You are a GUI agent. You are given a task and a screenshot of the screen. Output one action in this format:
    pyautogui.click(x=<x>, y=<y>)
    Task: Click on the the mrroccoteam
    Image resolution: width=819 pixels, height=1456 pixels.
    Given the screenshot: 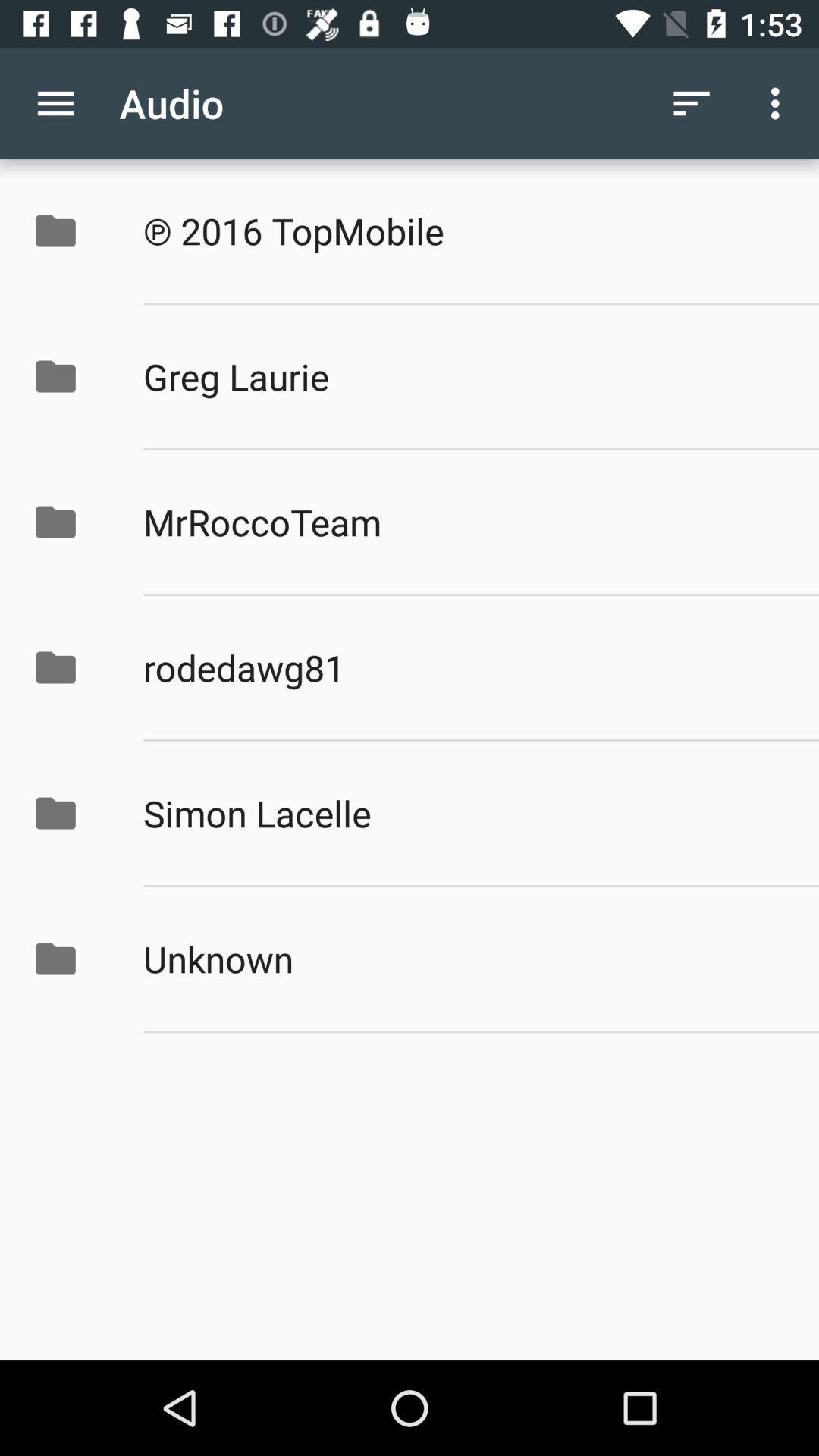 What is the action you would take?
    pyautogui.click(x=464, y=522)
    